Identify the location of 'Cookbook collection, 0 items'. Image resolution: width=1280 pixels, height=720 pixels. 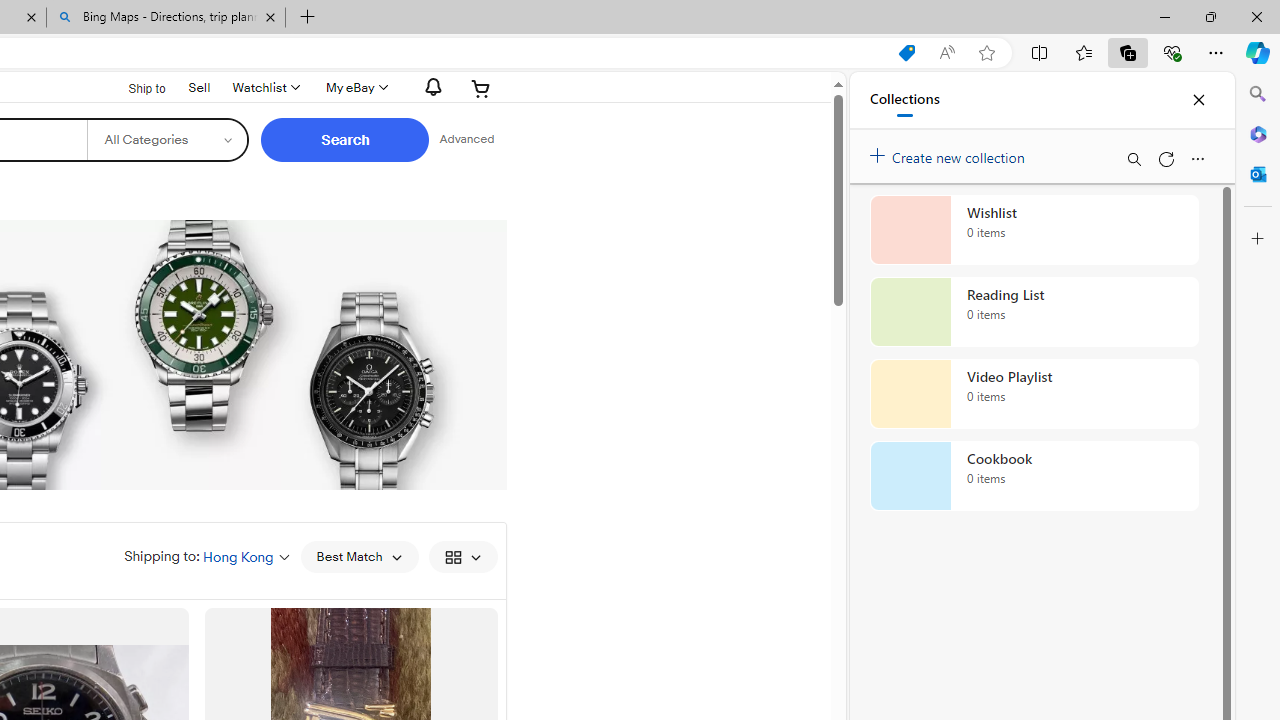
(1034, 475).